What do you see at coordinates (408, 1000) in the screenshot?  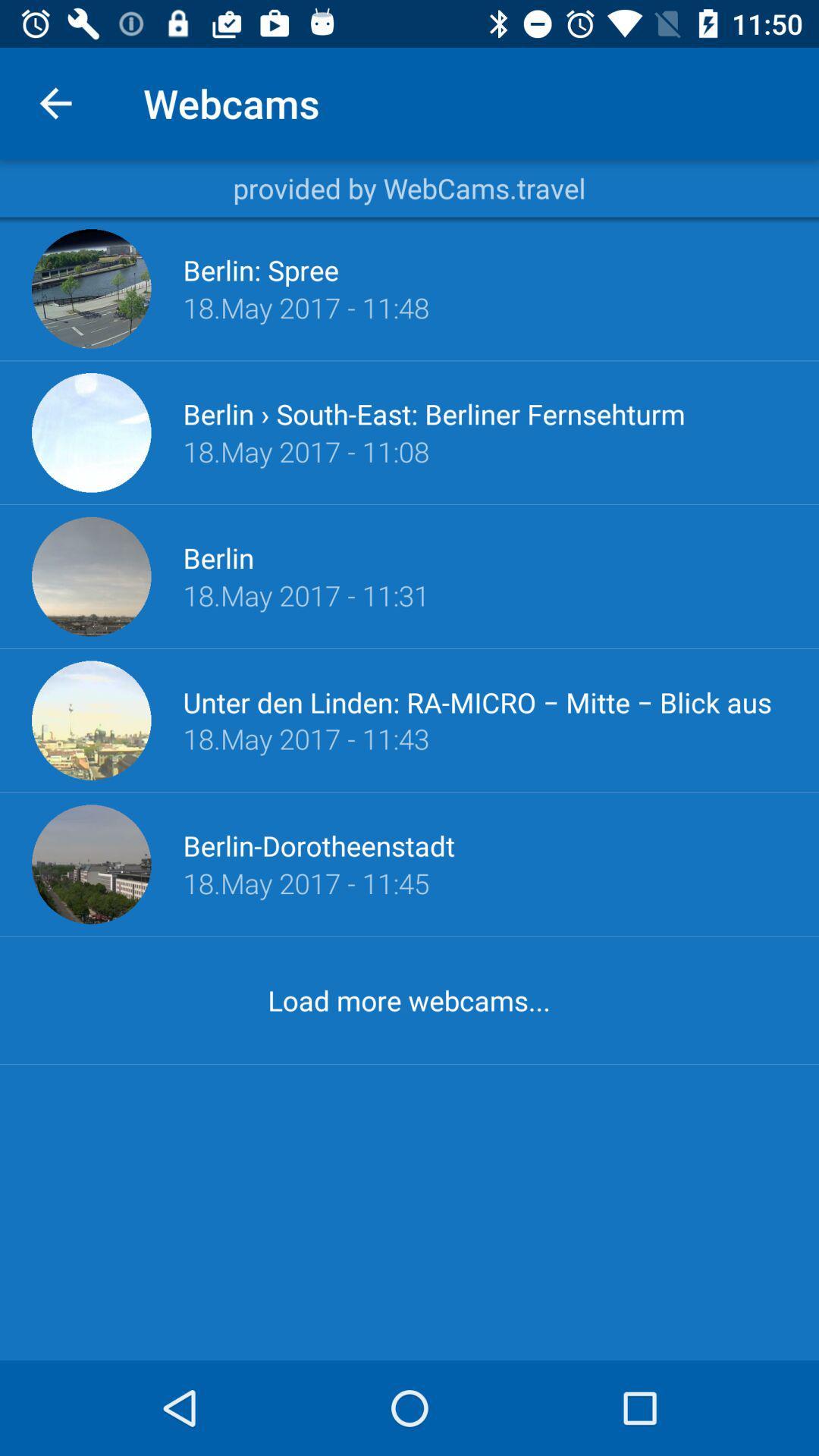 I see `load more webcams... icon` at bounding box center [408, 1000].